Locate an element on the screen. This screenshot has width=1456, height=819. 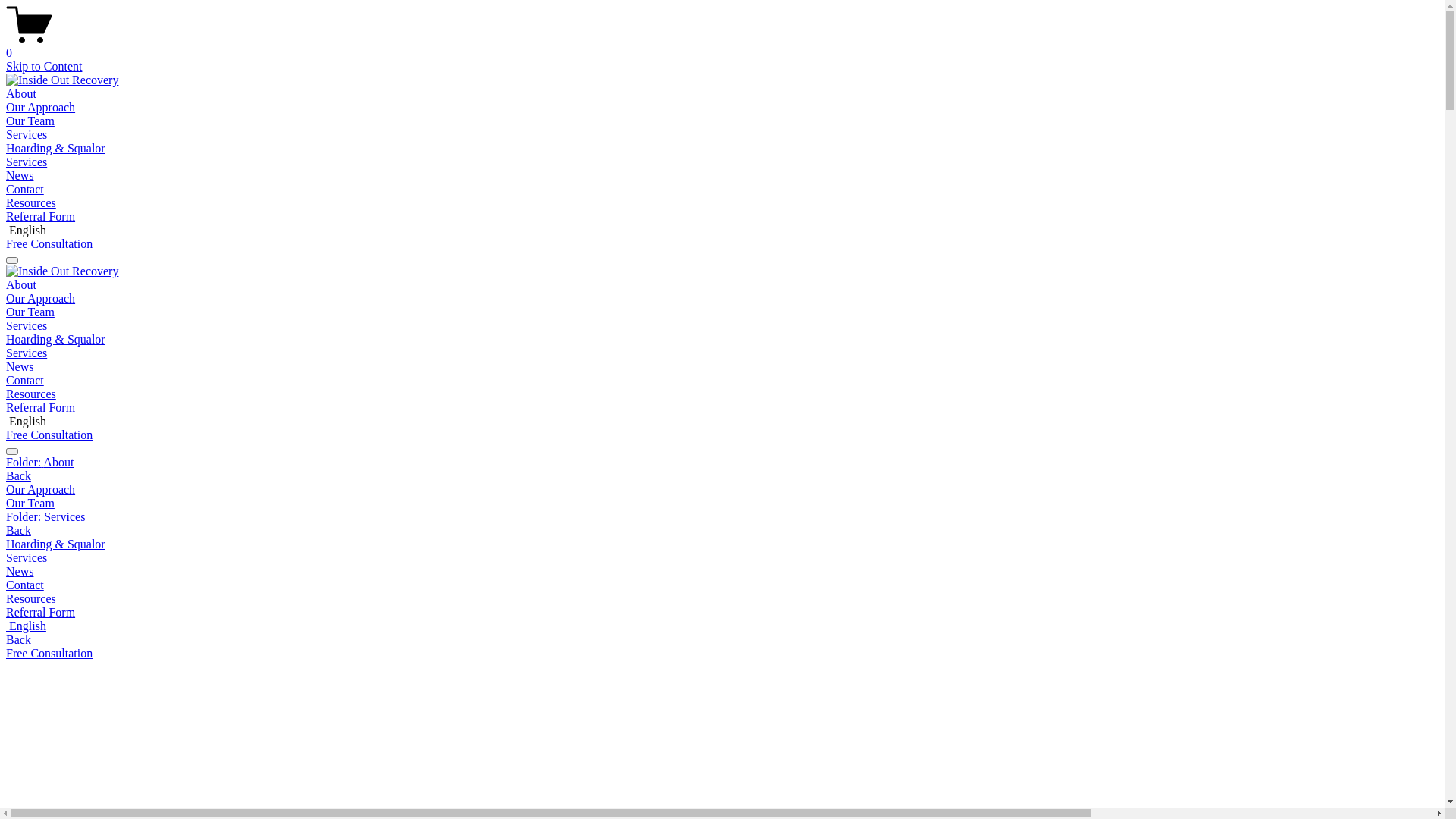
'Hoarding & Squalor' is located at coordinates (55, 338).